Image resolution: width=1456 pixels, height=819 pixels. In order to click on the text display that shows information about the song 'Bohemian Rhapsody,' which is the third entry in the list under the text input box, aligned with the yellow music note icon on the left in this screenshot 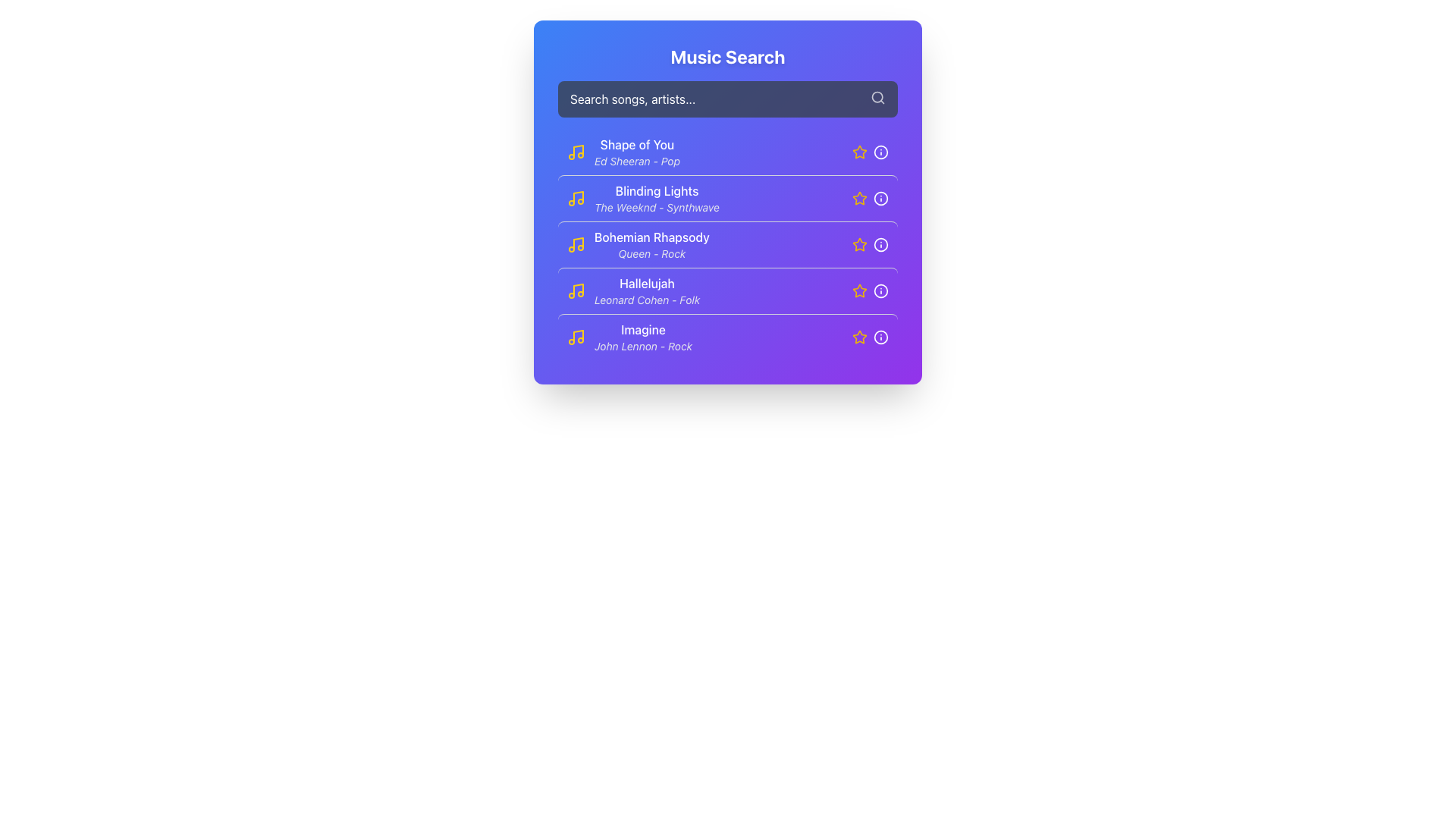, I will do `click(651, 244)`.